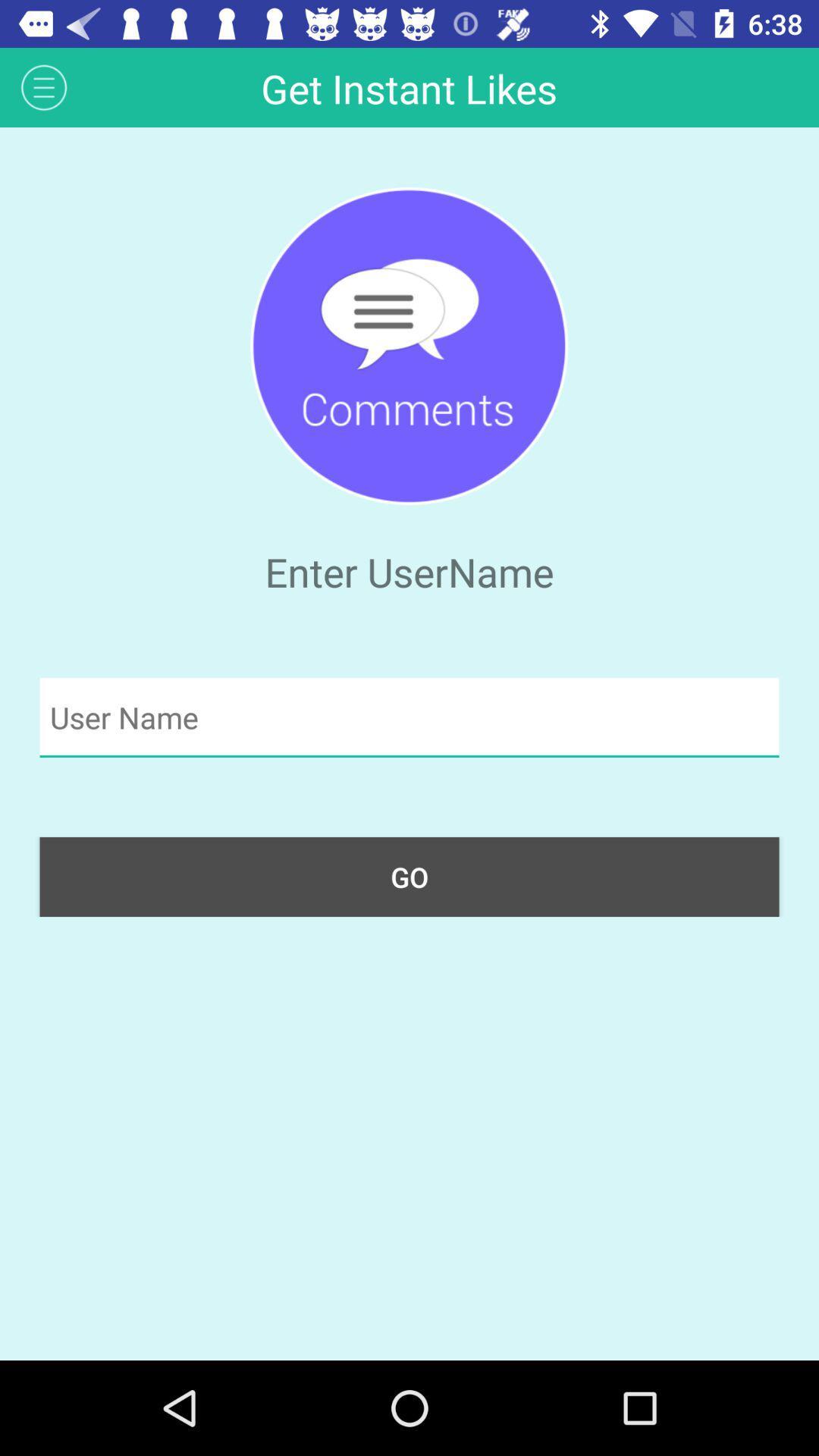 The height and width of the screenshot is (1456, 819). Describe the element at coordinates (409, 877) in the screenshot. I see `go icon` at that location.